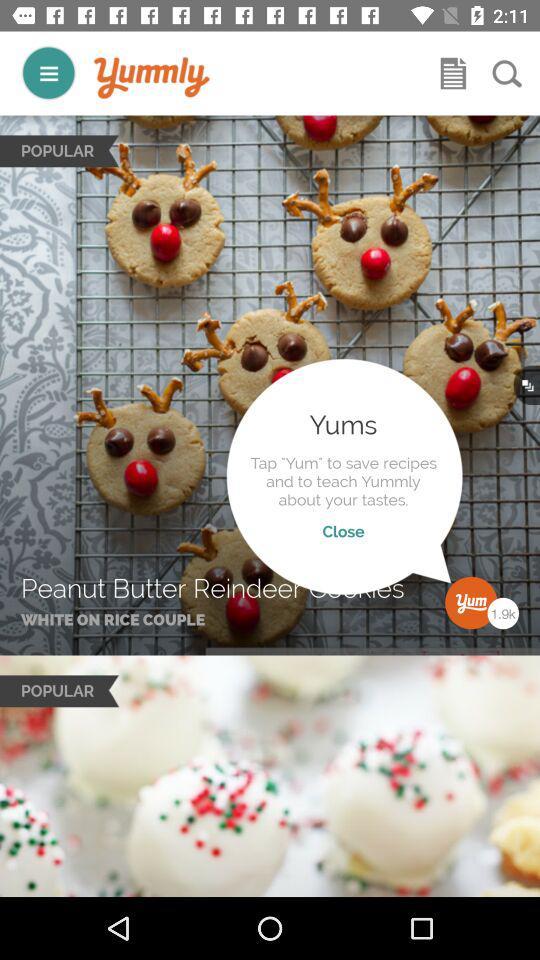 The height and width of the screenshot is (960, 540). What do you see at coordinates (151, 78) in the screenshot?
I see `looks like baked cookies with a funny cartoon face and it 's yummy if you cook` at bounding box center [151, 78].